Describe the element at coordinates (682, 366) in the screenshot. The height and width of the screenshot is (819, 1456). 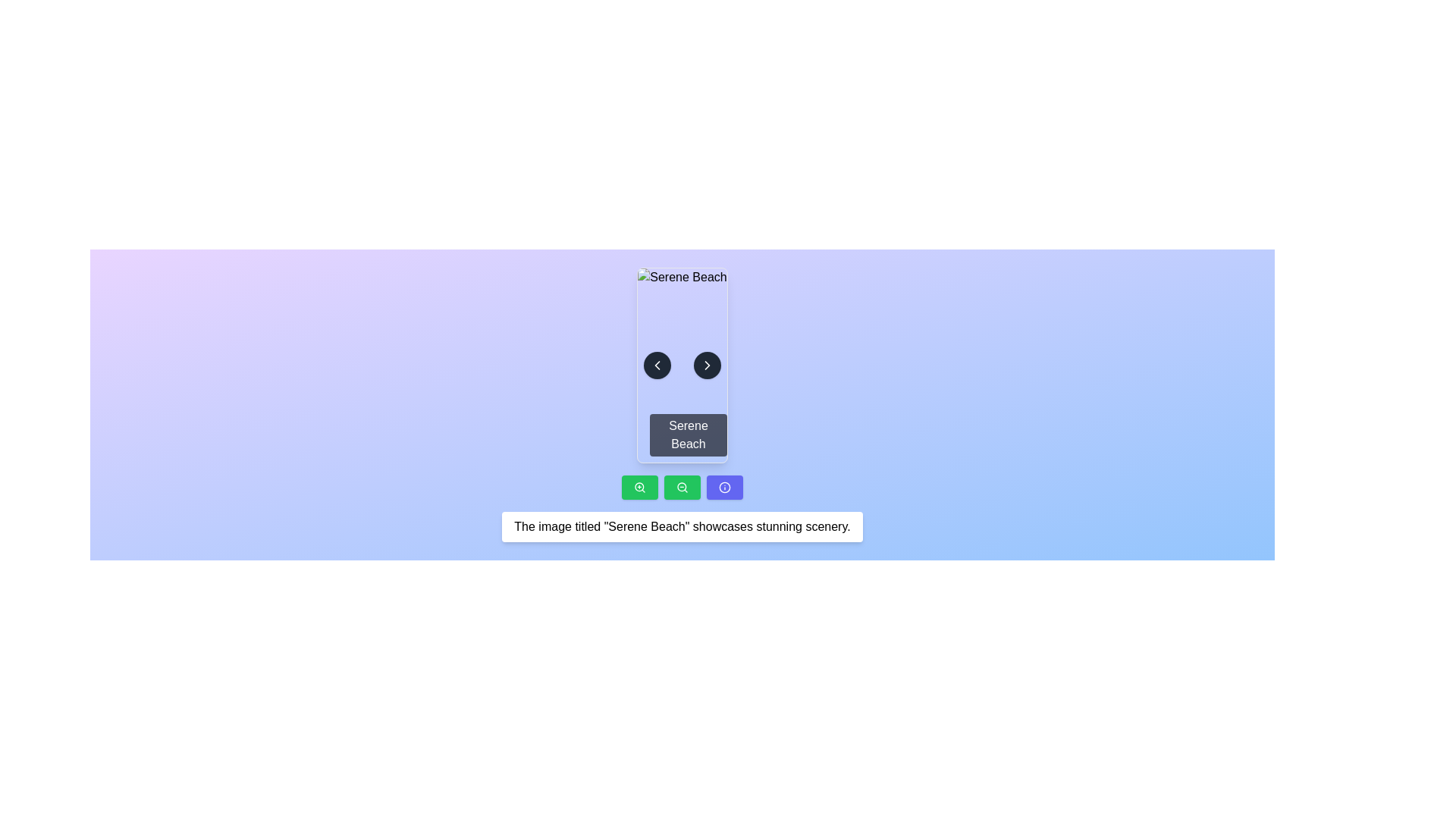
I see `on the 'Serene Beach' image with overlay and navigation controls` at that location.